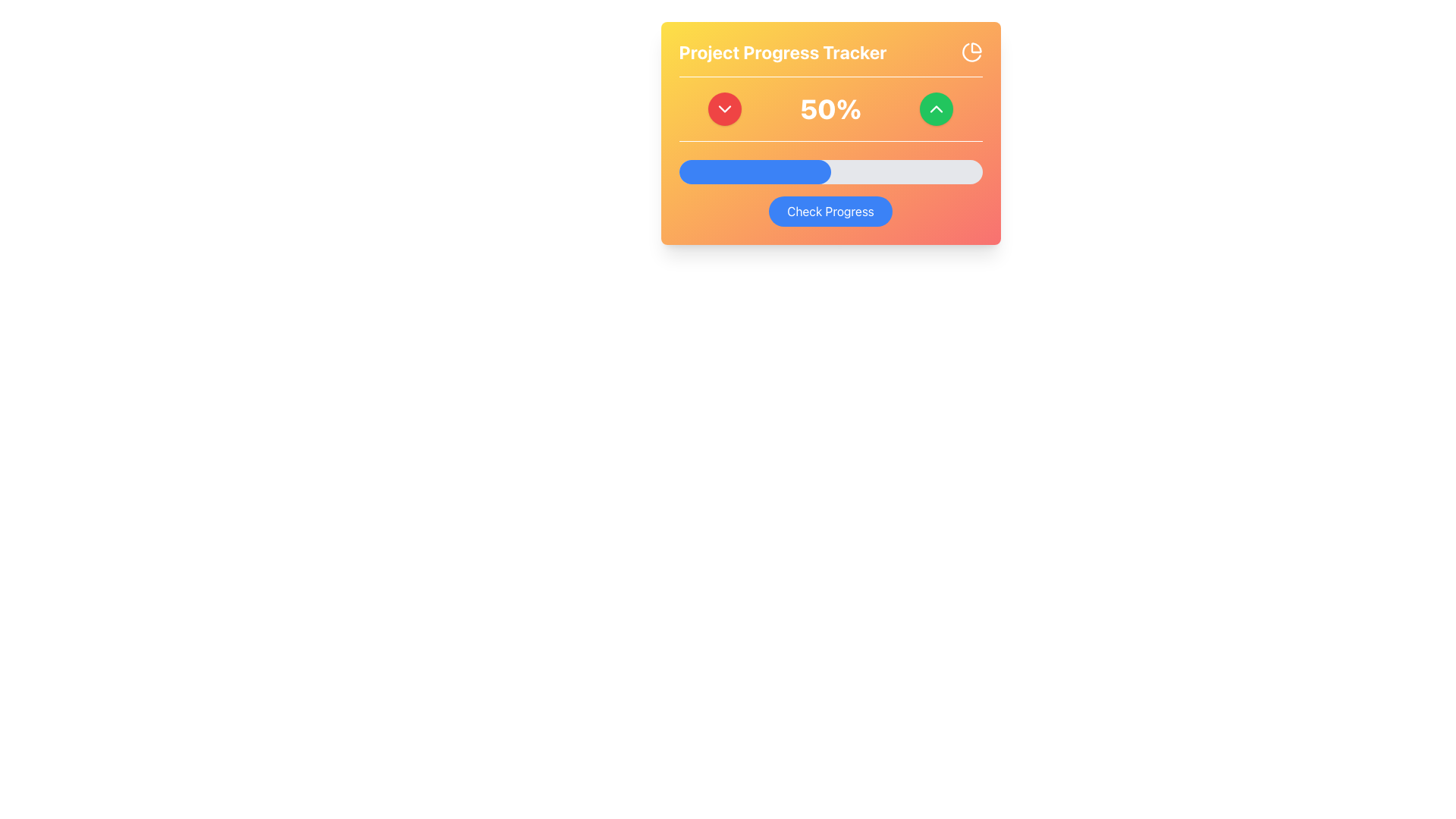  I want to click on the decrement button located to the left of the text '50%', so click(723, 108).